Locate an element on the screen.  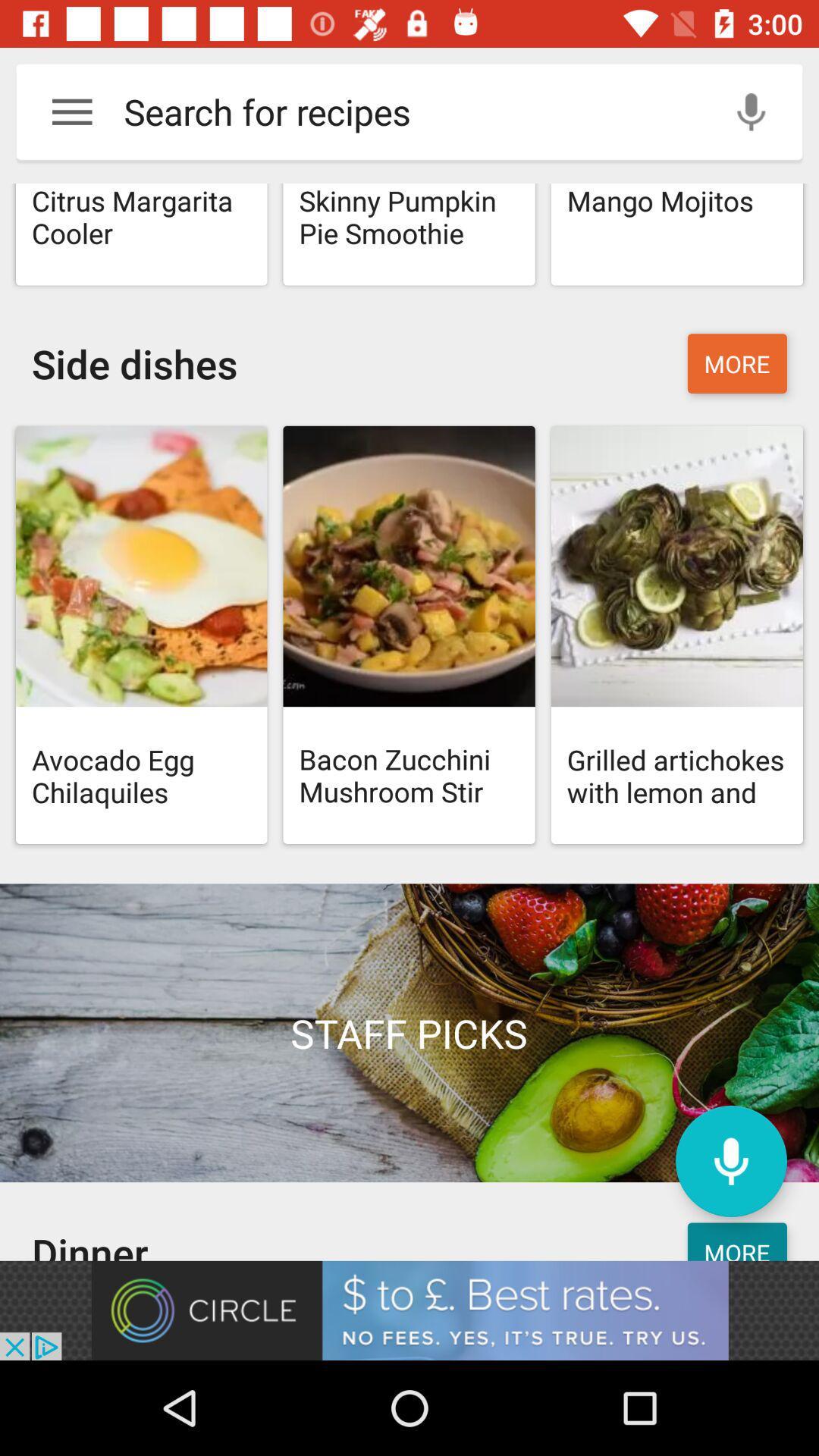
the microphone icon is located at coordinates (730, 1160).